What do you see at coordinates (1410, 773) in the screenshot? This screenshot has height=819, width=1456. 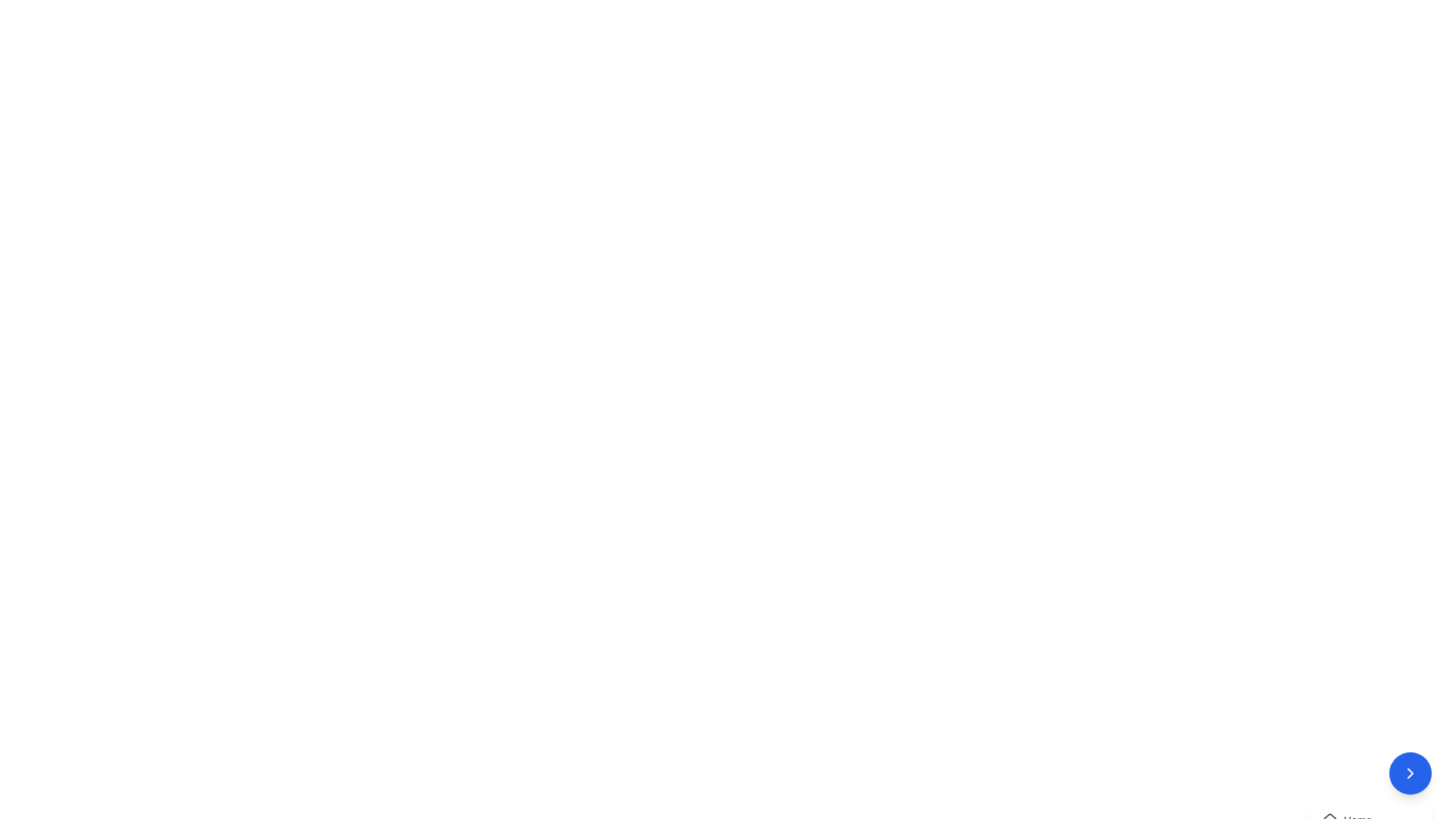 I see `the right directional navigation icon located in the bottom-right corner of the interface, which is set against a circular blue background` at bounding box center [1410, 773].